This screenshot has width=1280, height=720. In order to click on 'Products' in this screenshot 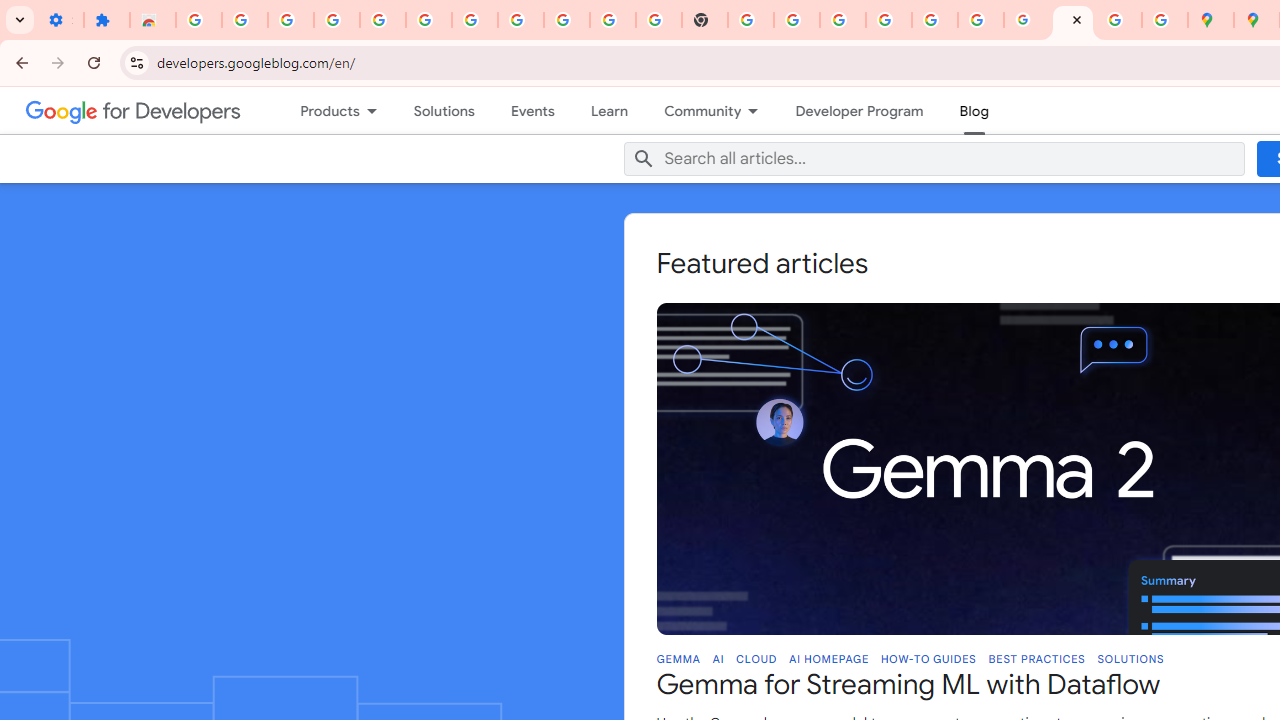, I will do `click(320, 110)`.